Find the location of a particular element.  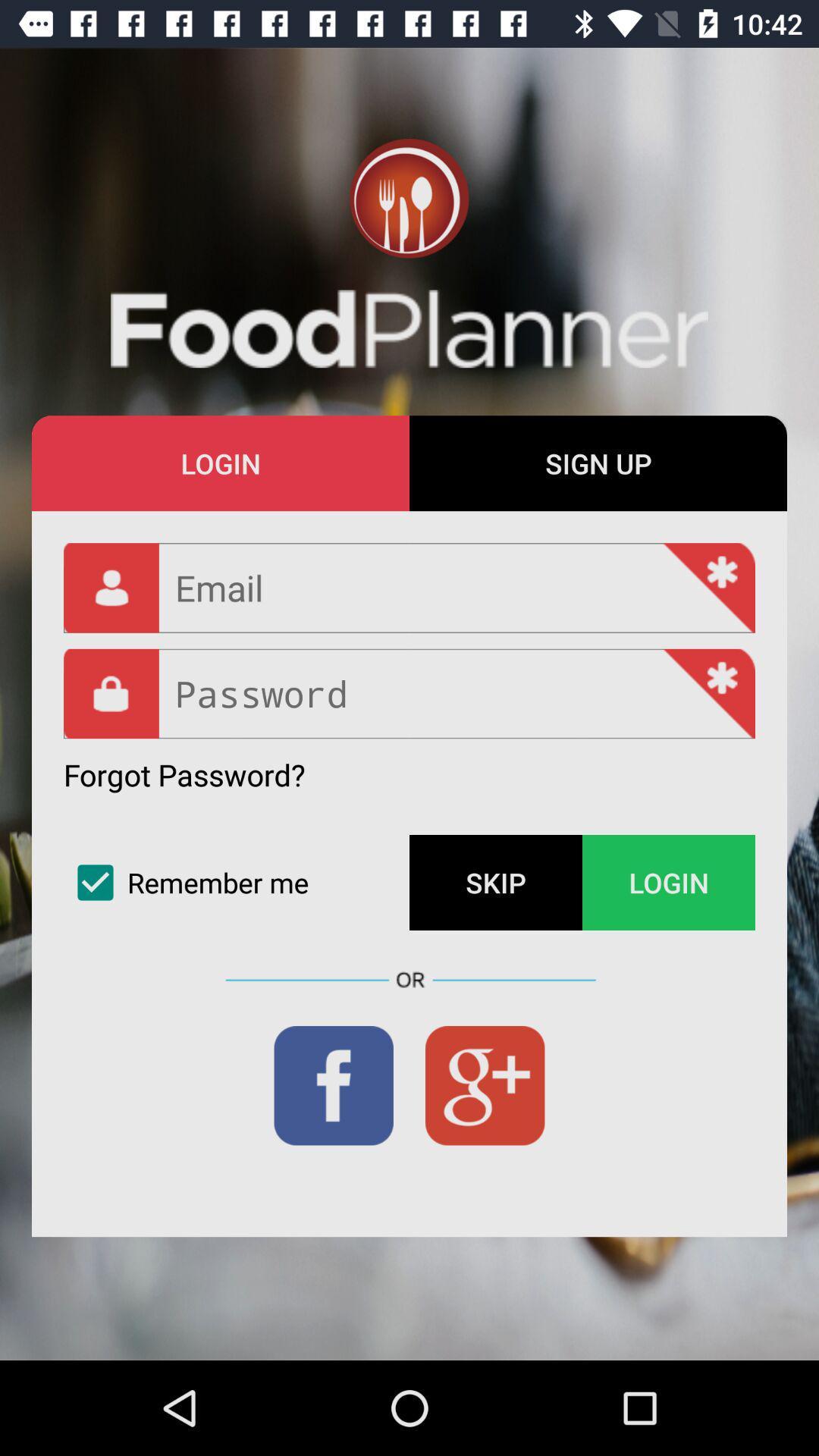

the icon next to the skip is located at coordinates (237, 883).